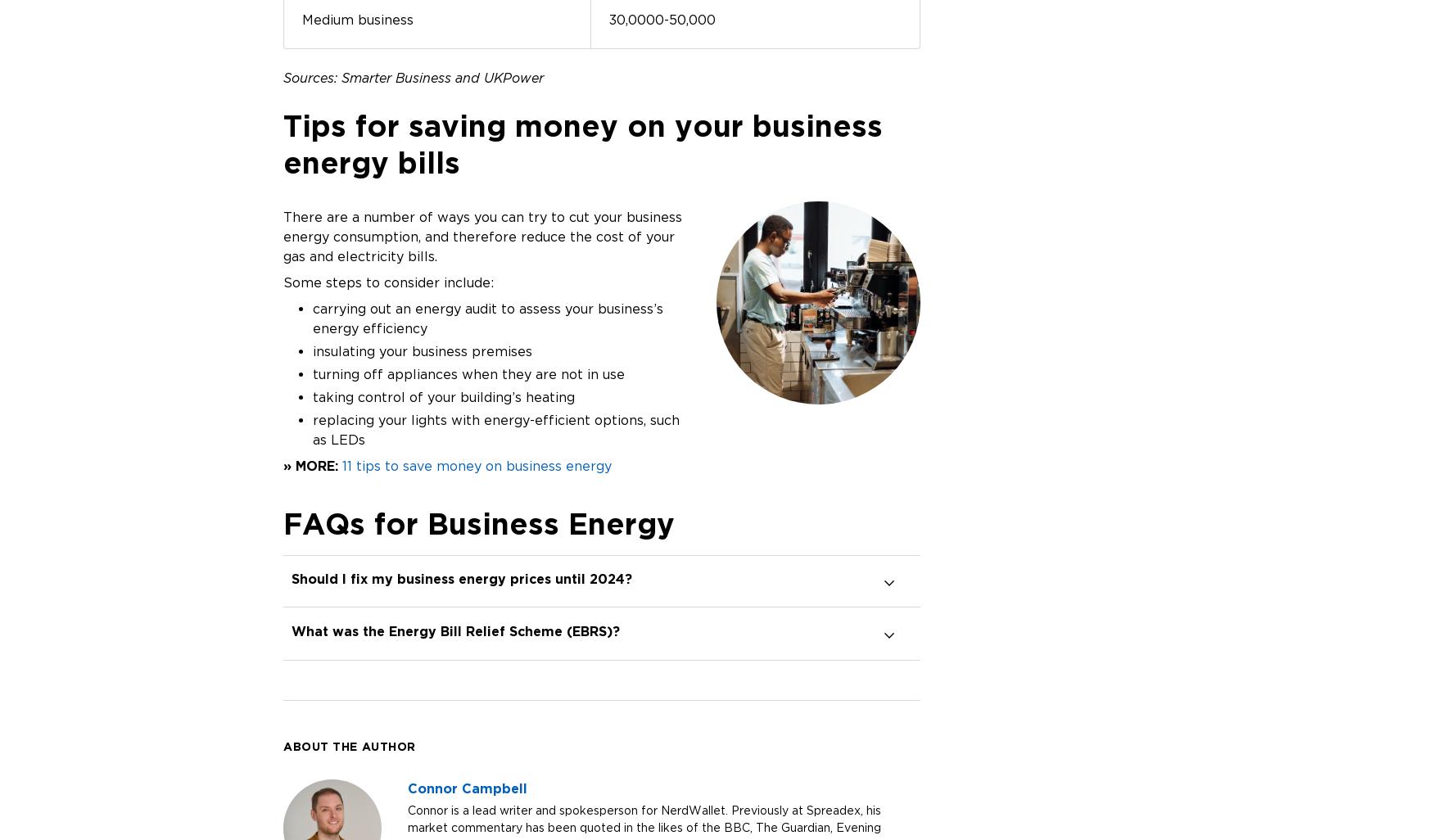 This screenshot has height=840, width=1456. What do you see at coordinates (282, 235) in the screenshot?
I see `'There are a number of ways you can try to cut your business energy consumption, and therefore reduce the cost of your gas and electricity bills.'` at bounding box center [282, 235].